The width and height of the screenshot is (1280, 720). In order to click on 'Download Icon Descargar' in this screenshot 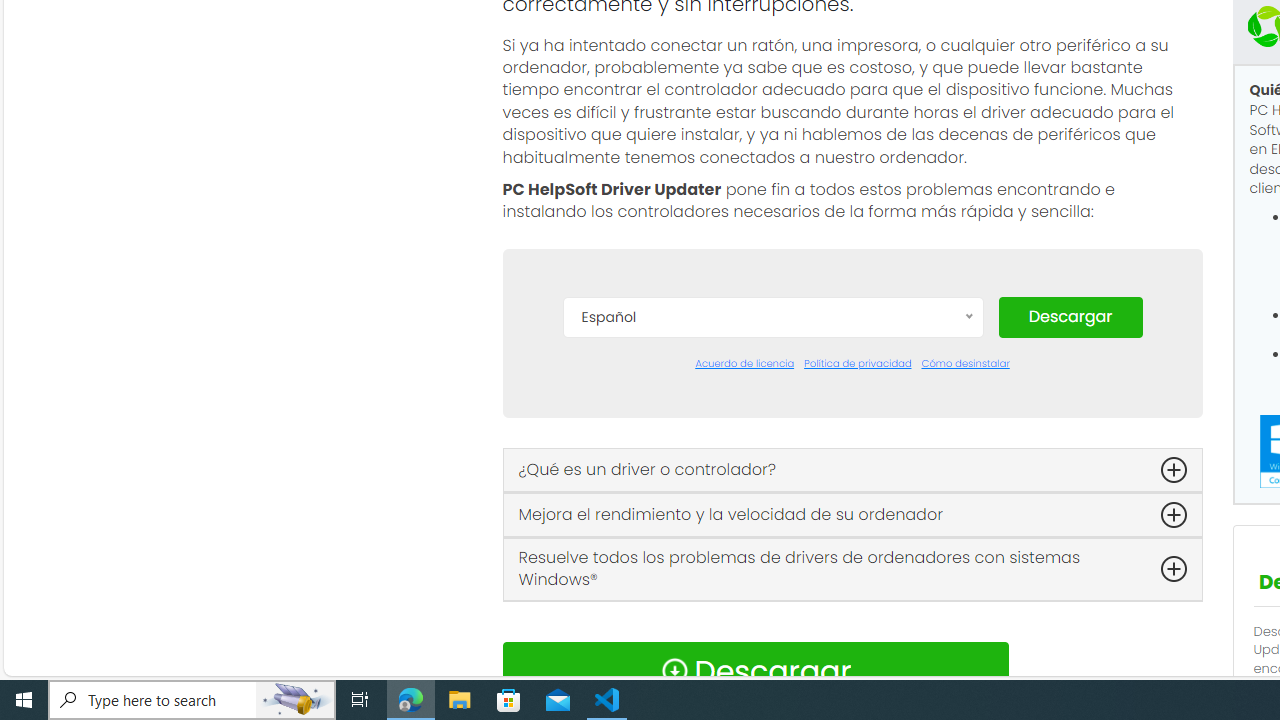, I will do `click(754, 671)`.